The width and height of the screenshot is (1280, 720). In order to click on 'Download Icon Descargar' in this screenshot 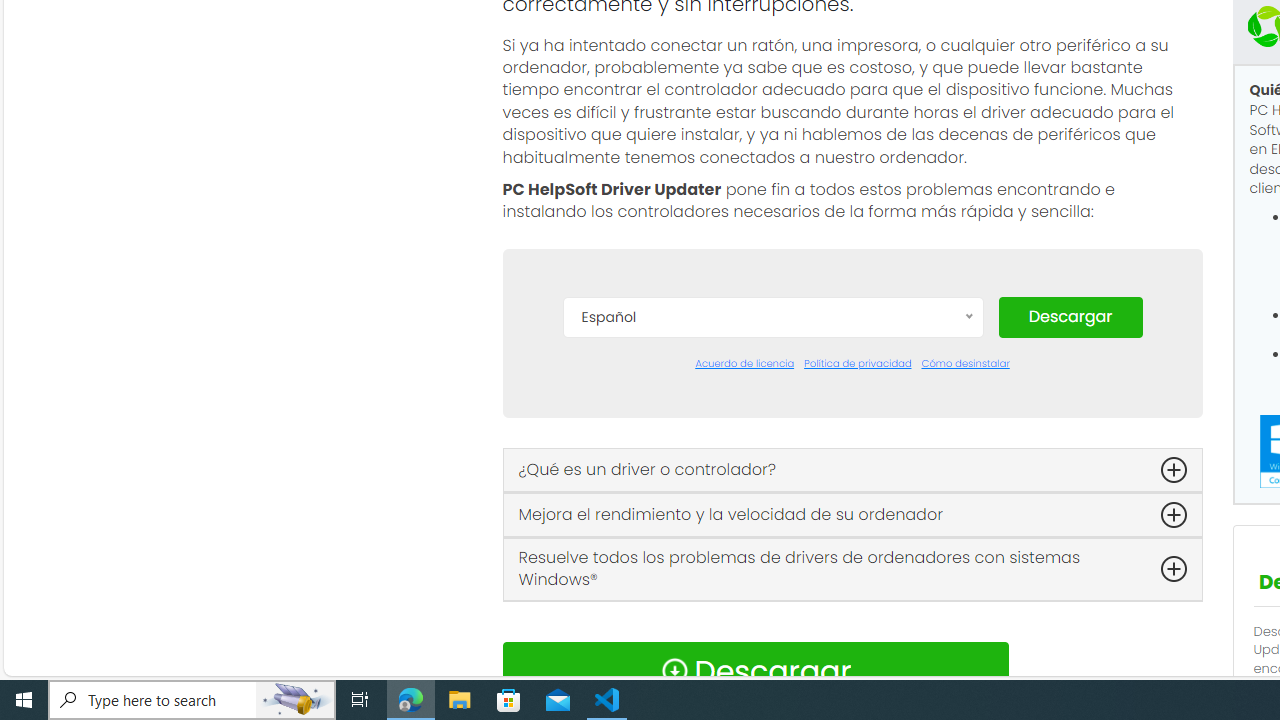, I will do `click(754, 671)`.